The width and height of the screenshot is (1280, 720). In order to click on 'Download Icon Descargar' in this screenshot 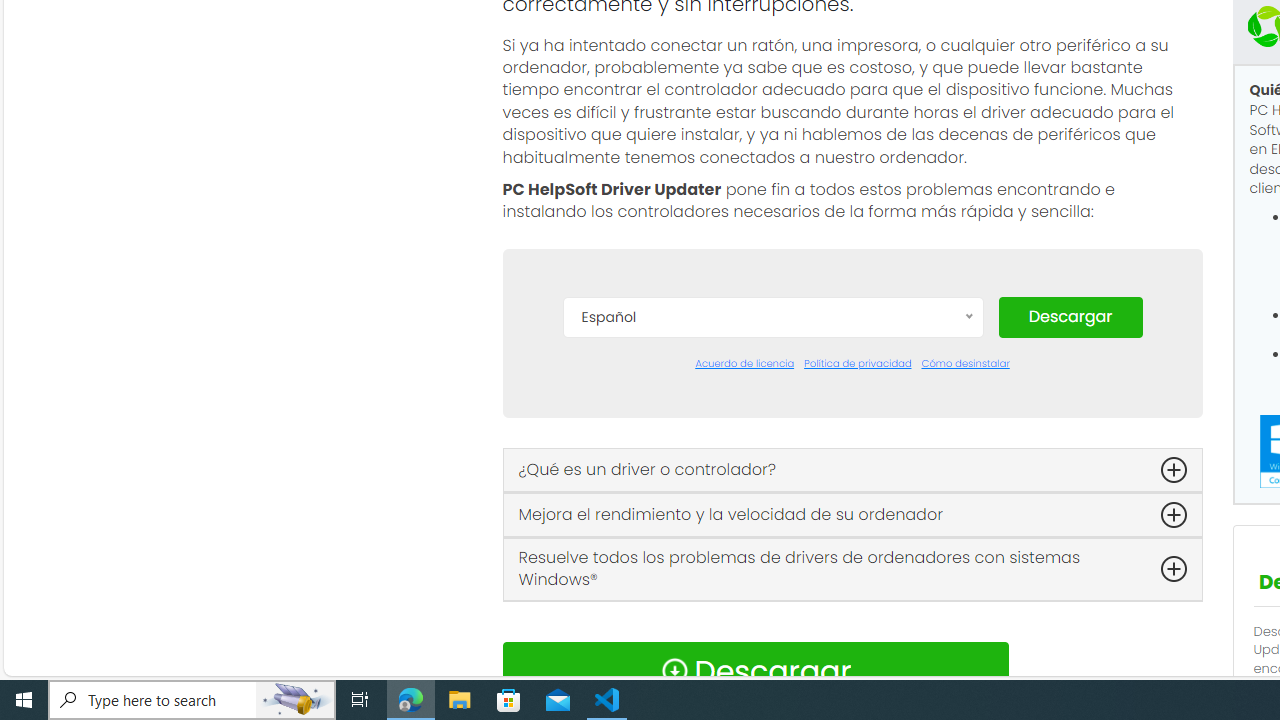, I will do `click(754, 671)`.